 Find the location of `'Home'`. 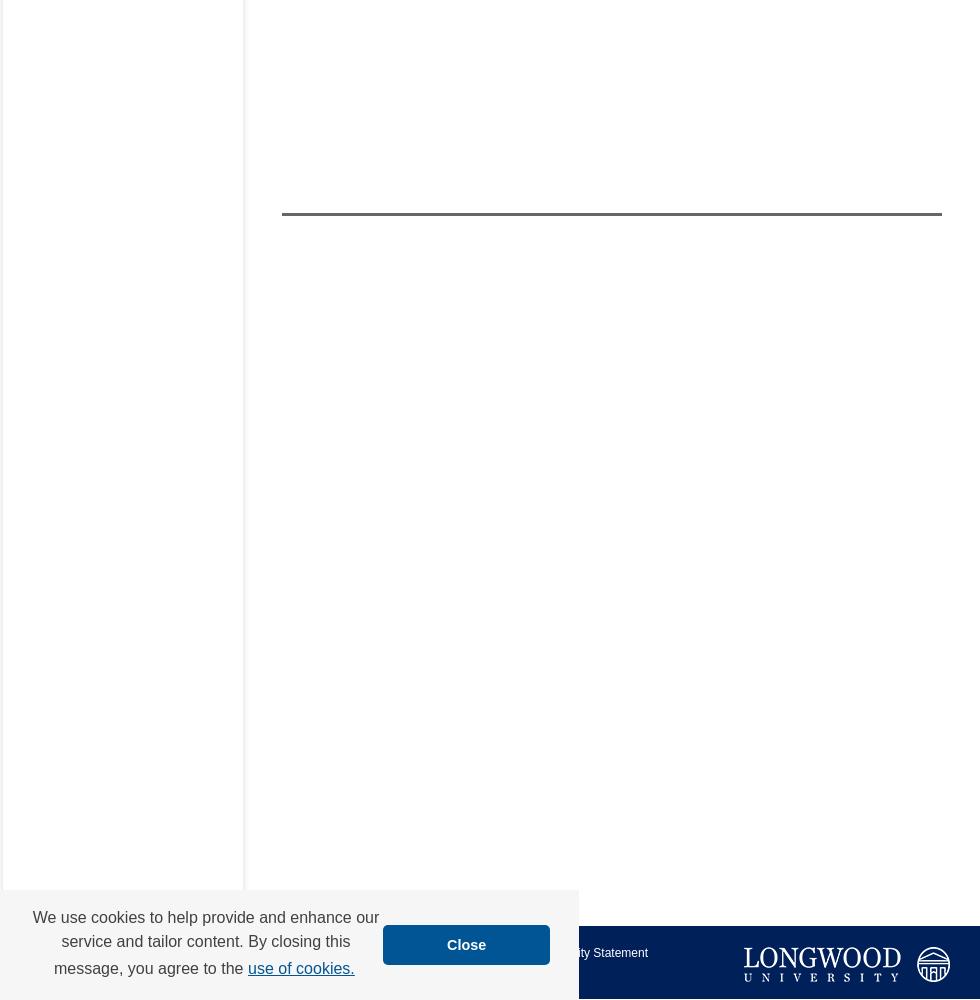

'Home' is located at coordinates (288, 952).